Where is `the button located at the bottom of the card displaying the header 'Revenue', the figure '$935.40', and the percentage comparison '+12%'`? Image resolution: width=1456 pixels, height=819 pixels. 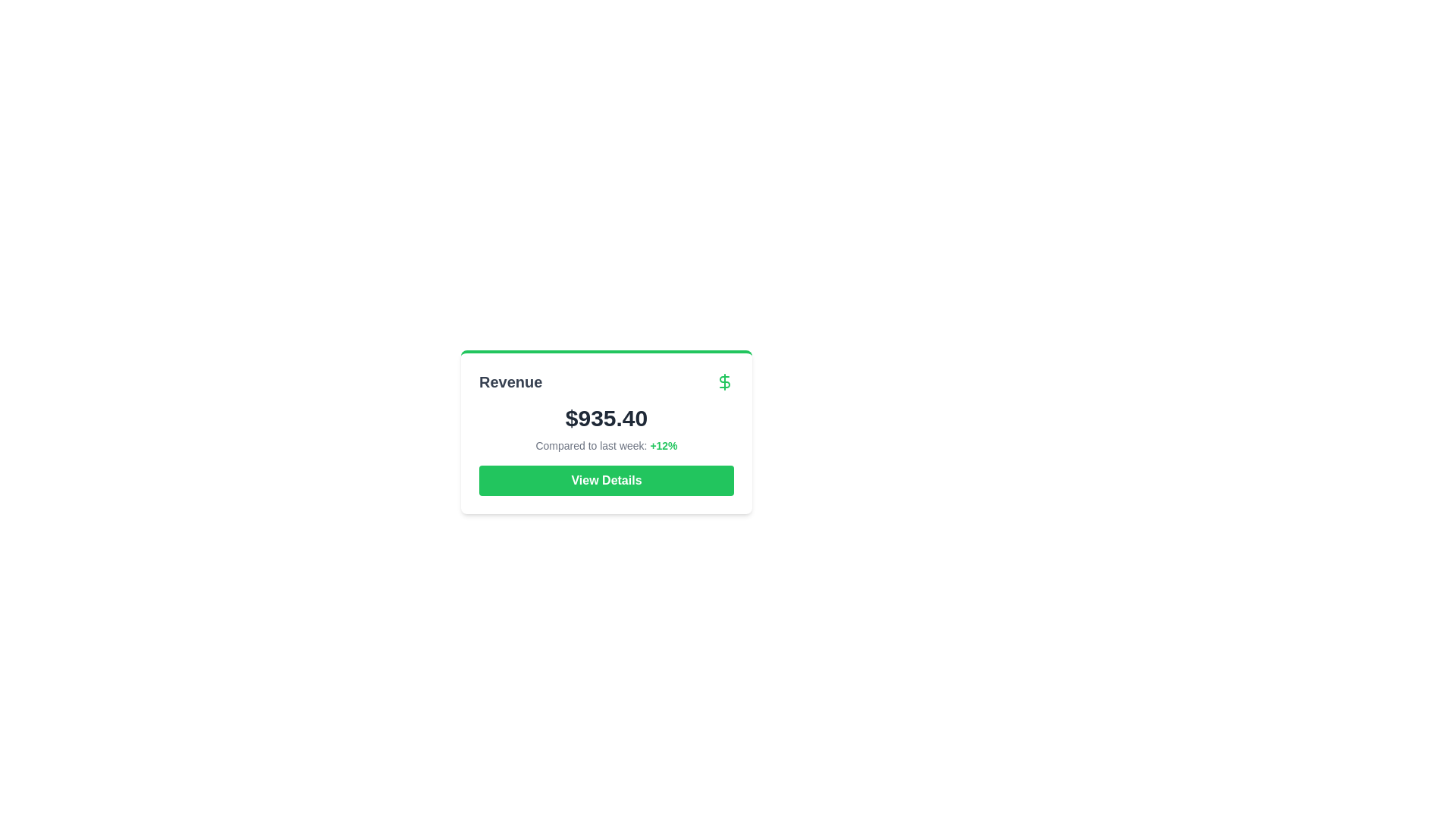 the button located at the bottom of the card displaying the header 'Revenue', the figure '$935.40', and the percentage comparison '+12%' is located at coordinates (607, 480).